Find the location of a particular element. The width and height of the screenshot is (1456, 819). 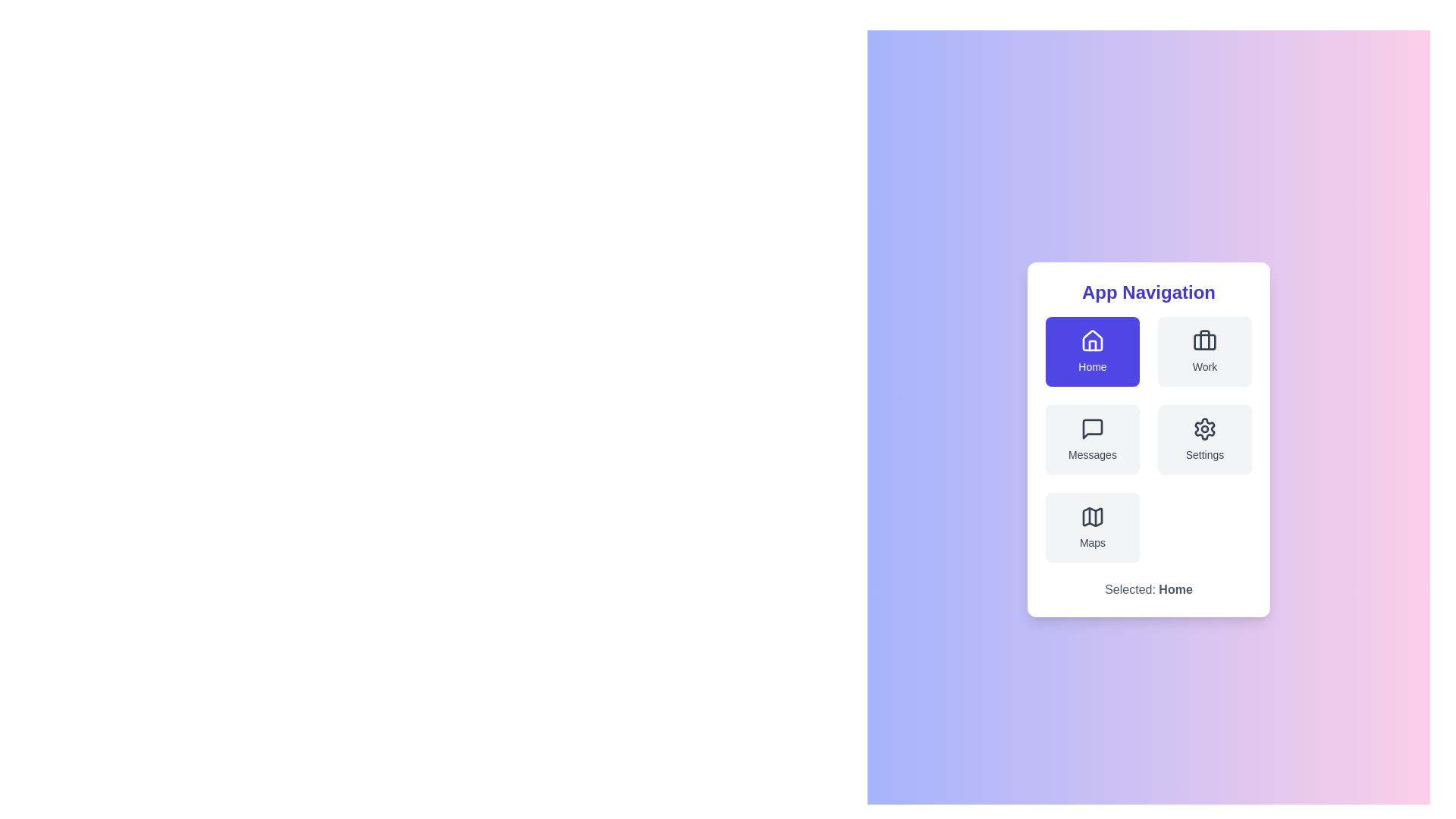

the menu item Work from the available options is located at coordinates (1203, 351).